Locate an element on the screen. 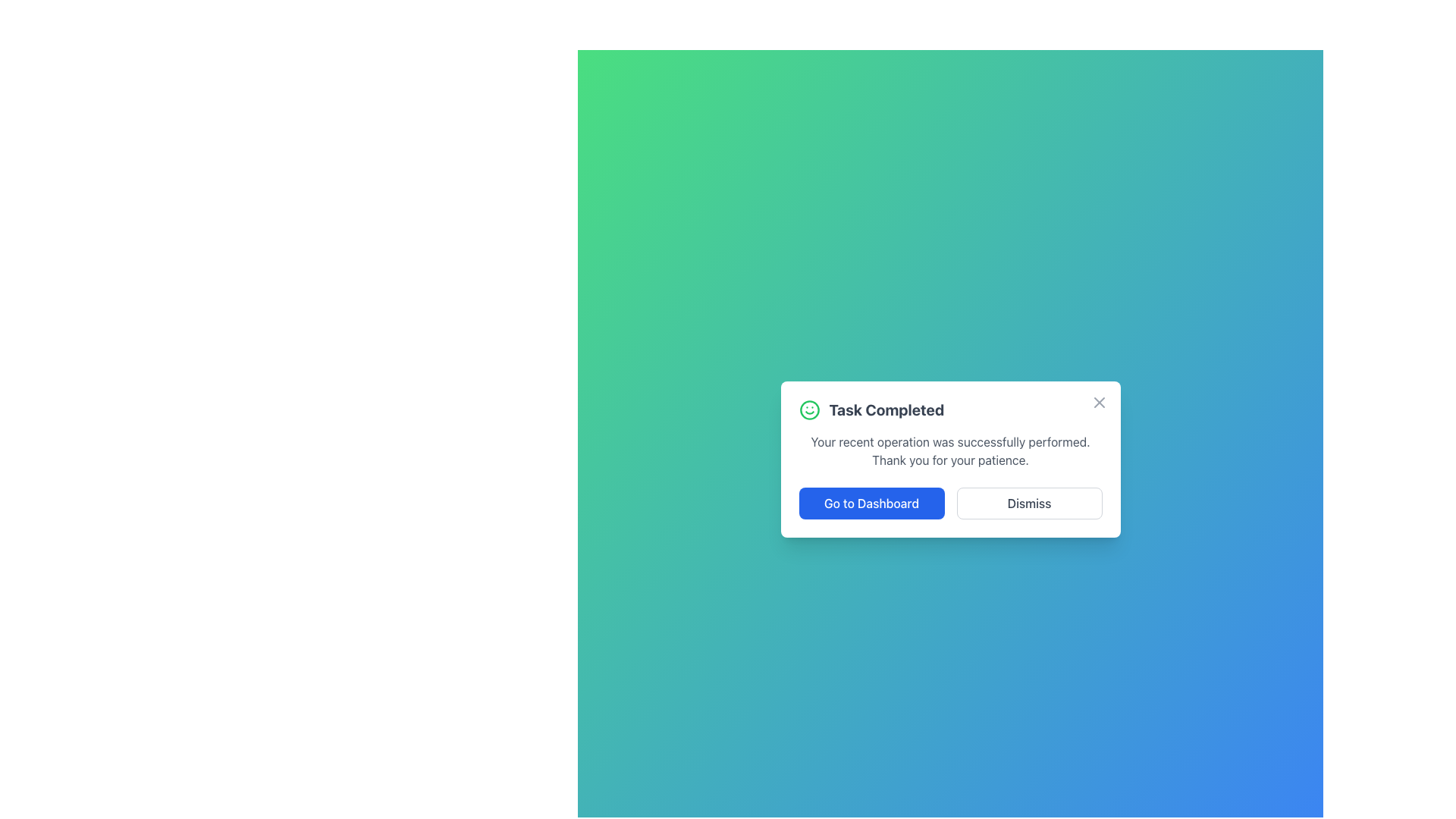 Image resolution: width=1456 pixels, height=819 pixels. the smiley icon representing positivity, located to the left of the 'Task Completed' text in the confirmation message box is located at coordinates (808, 409).